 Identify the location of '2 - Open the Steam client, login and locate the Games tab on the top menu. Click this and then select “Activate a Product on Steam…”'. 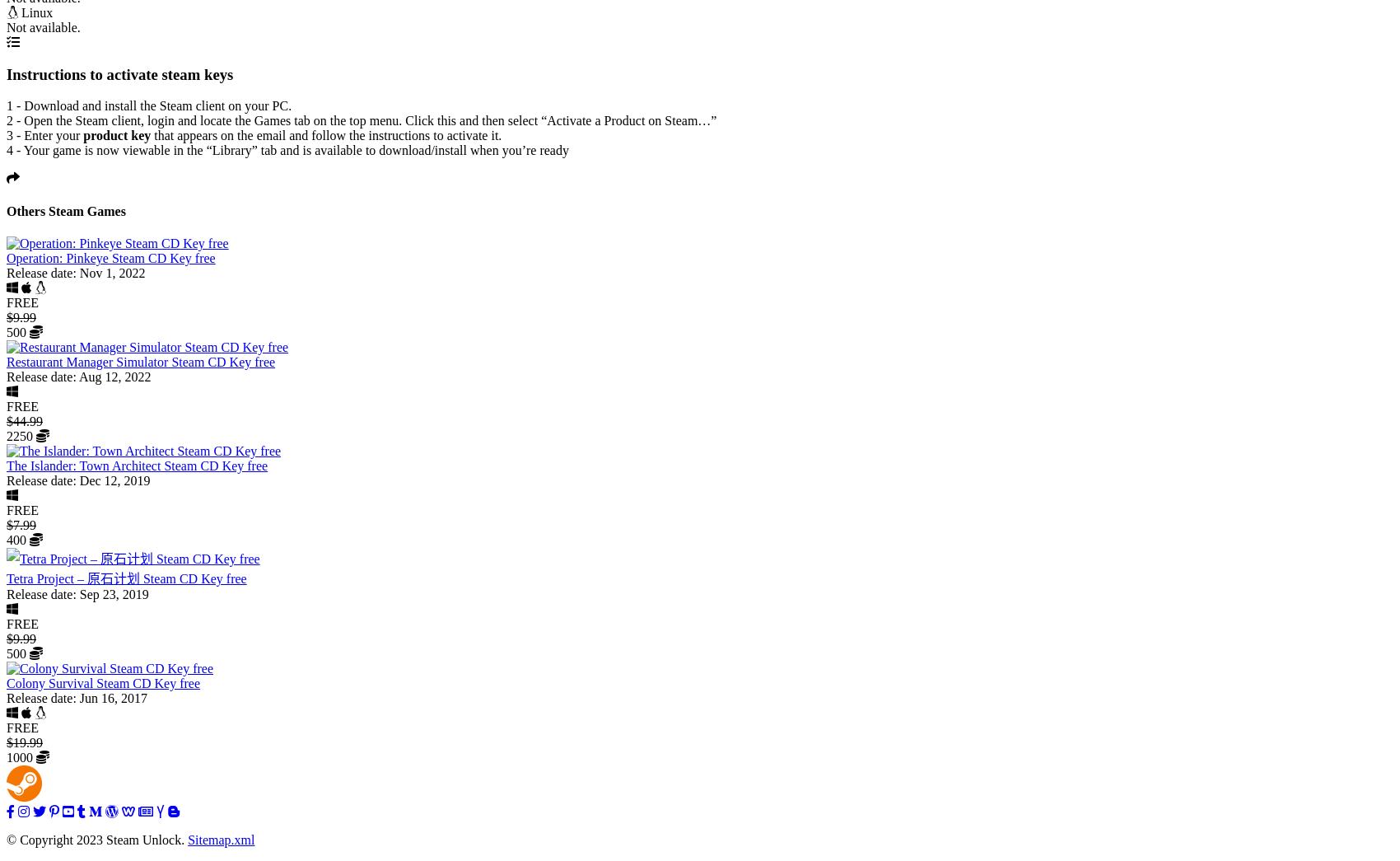
(361, 119).